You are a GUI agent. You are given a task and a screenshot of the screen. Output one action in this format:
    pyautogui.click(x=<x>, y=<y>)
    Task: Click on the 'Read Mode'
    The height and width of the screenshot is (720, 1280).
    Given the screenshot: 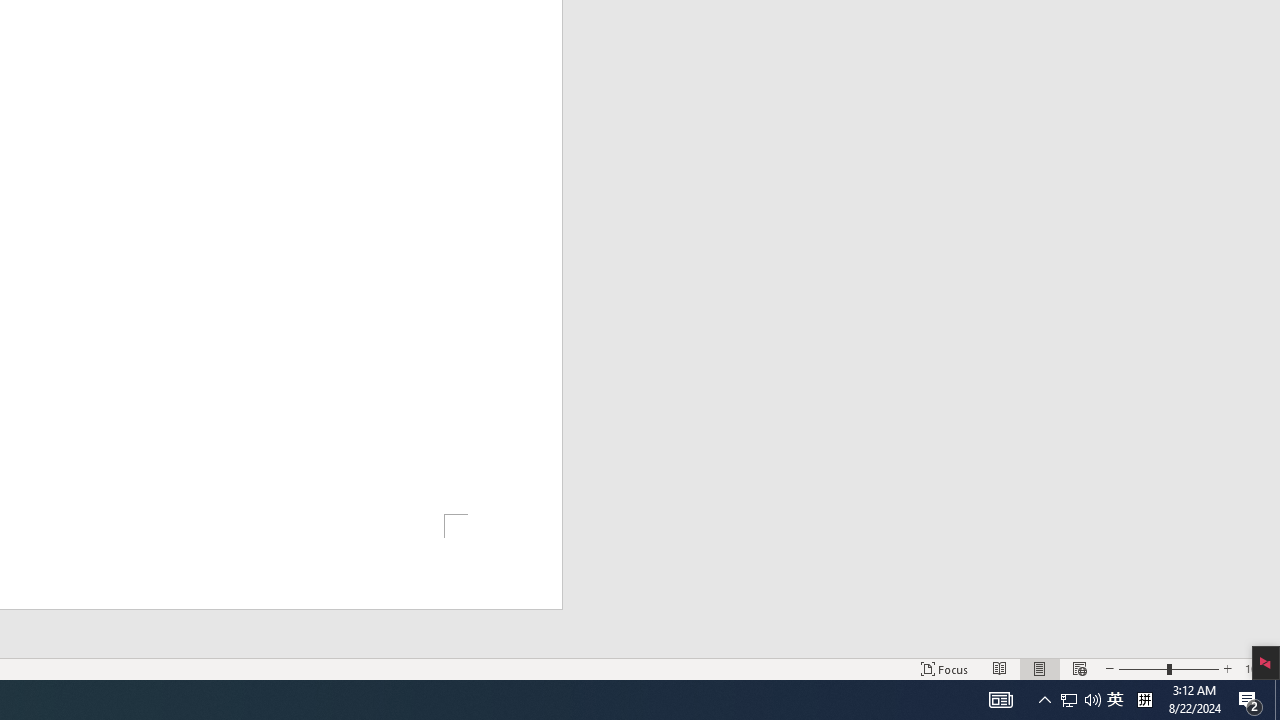 What is the action you would take?
    pyautogui.click(x=1000, y=669)
    